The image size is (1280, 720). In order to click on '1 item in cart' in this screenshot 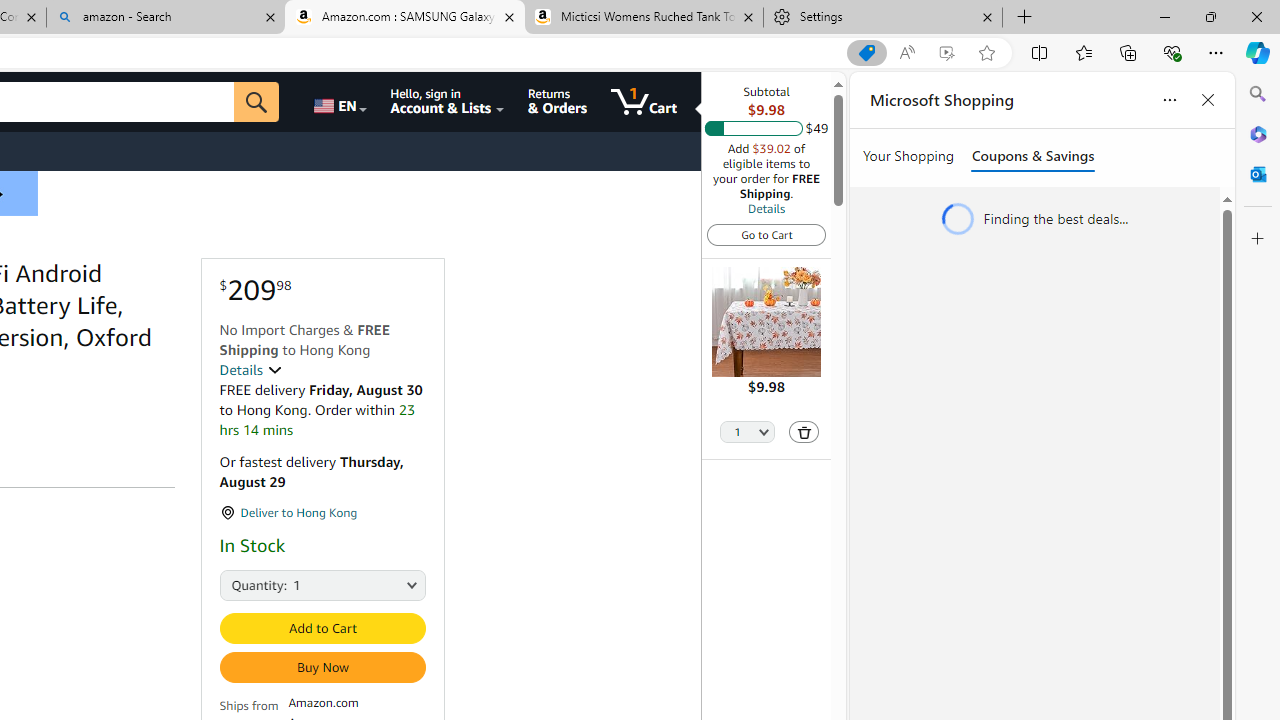, I will do `click(643, 101)`.